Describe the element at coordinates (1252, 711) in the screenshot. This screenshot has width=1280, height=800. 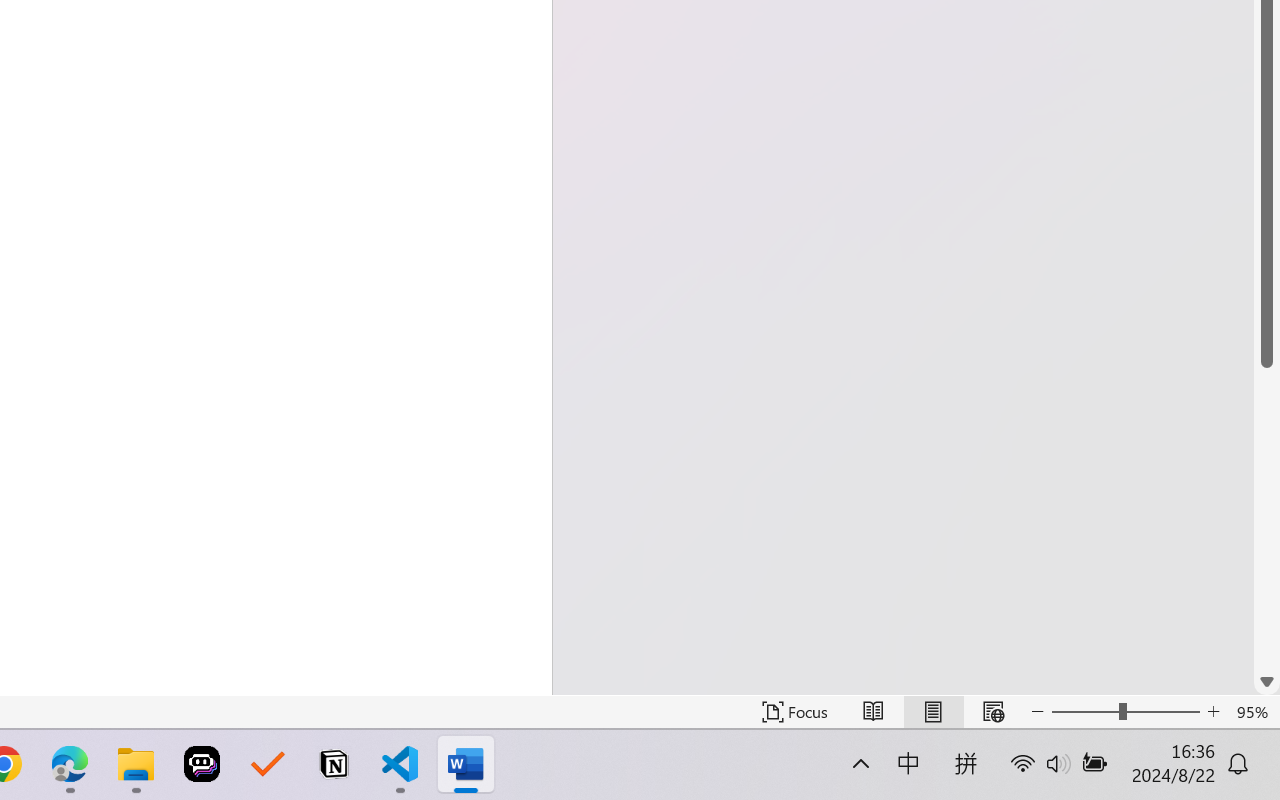
I see `'Zoom 95%'` at that location.